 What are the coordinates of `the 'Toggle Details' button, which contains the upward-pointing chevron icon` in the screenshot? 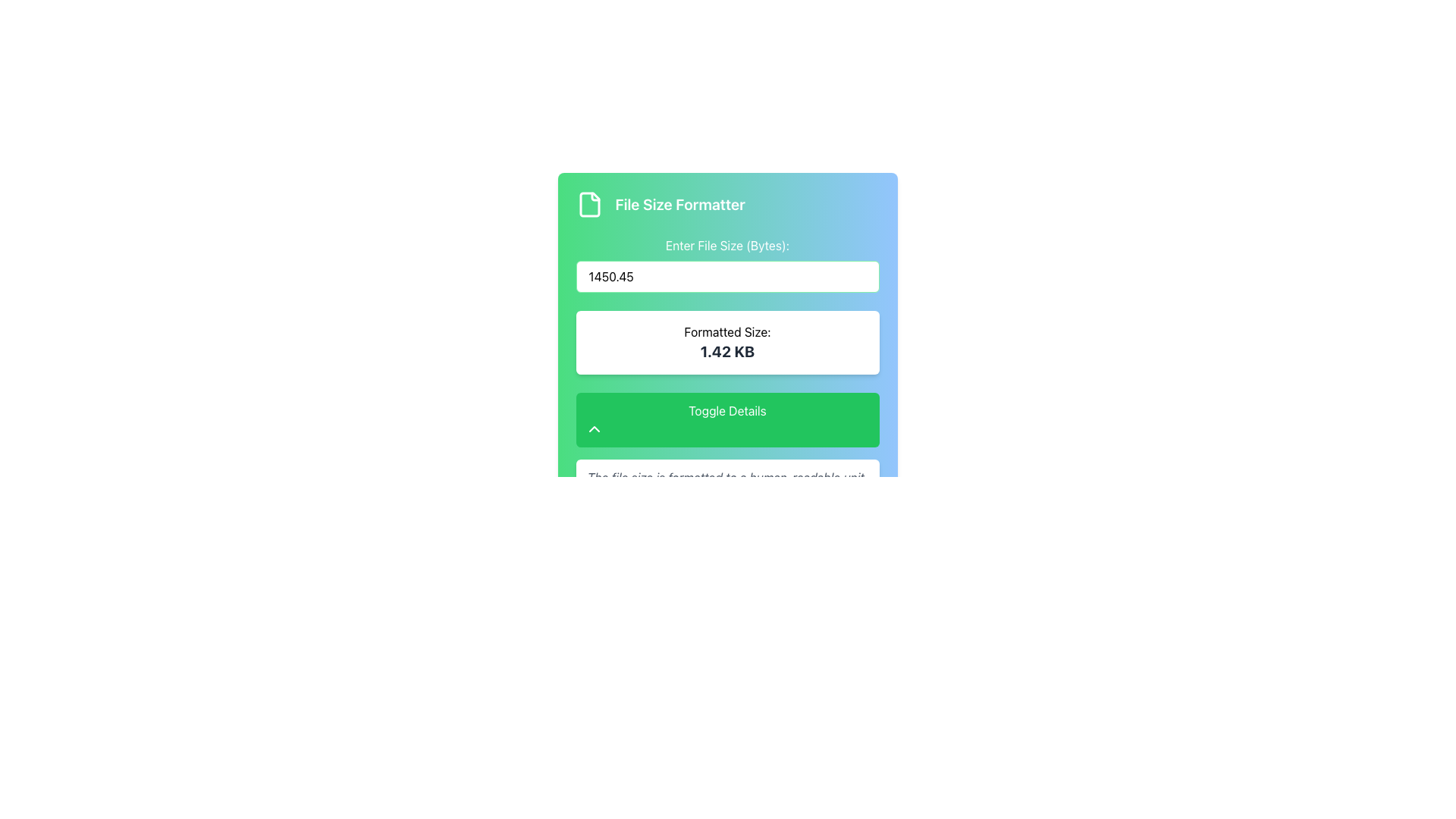 It's located at (593, 429).